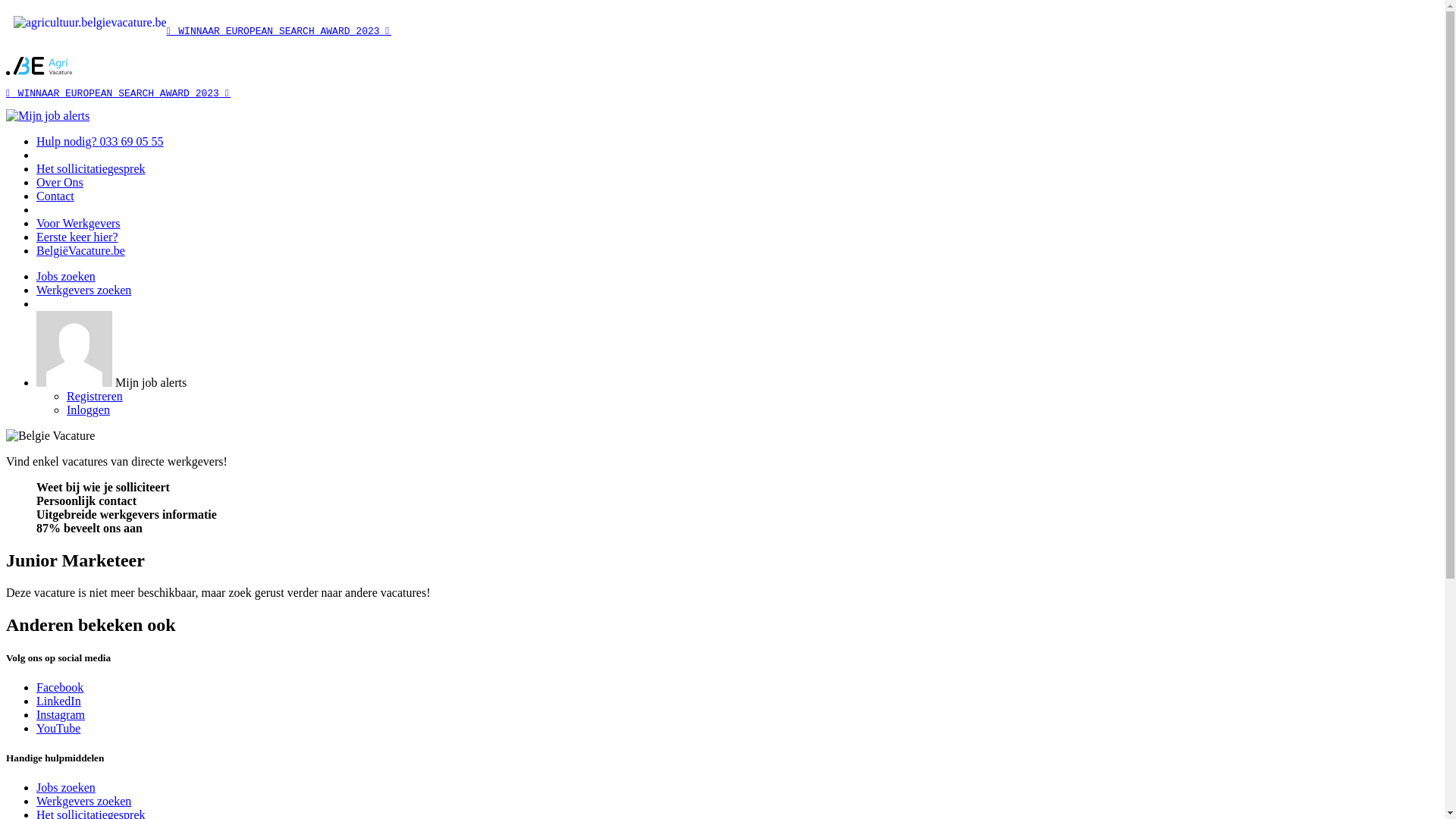 The width and height of the screenshot is (1456, 819). I want to click on 'Contact', so click(36, 195).